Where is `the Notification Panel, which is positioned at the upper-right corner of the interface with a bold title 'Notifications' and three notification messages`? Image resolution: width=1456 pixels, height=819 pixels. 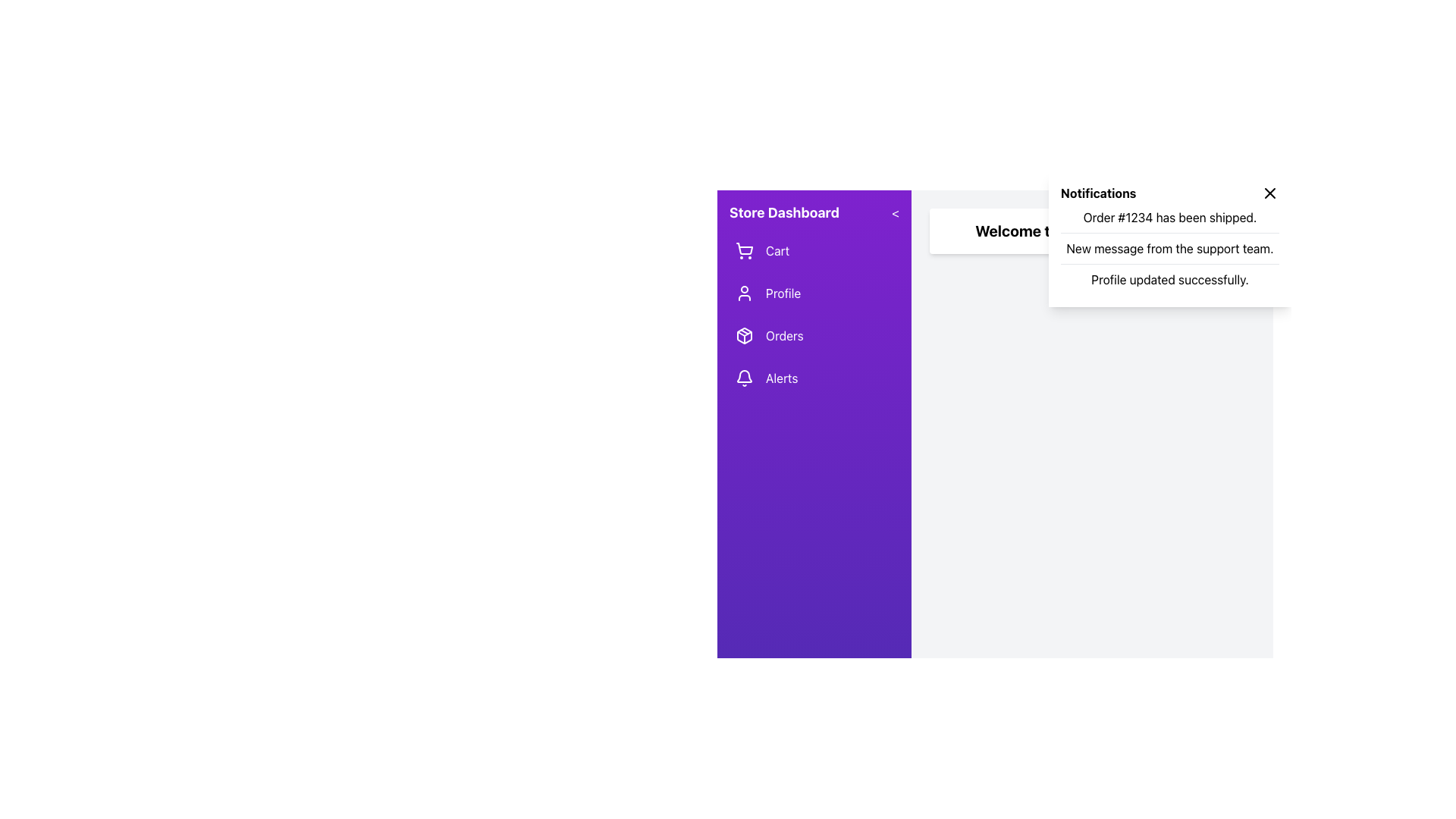 the Notification Panel, which is positioned at the upper-right corner of the interface with a bold title 'Notifications' and three notification messages is located at coordinates (1169, 239).